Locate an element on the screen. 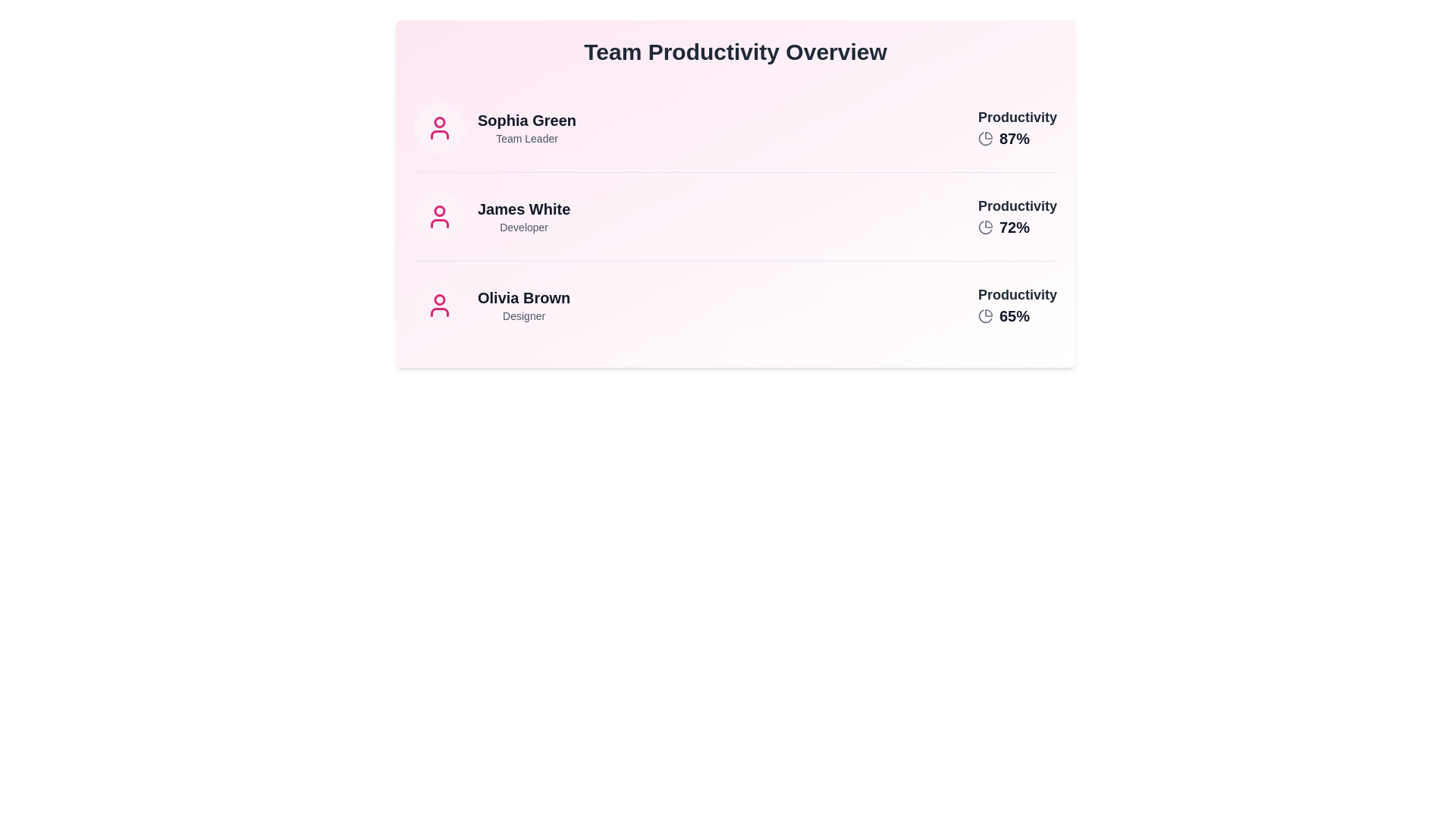  the circular visual indicator with a pink background and user icon representing Olivia Brown, located to the far left of her details in the row is located at coordinates (439, 305).